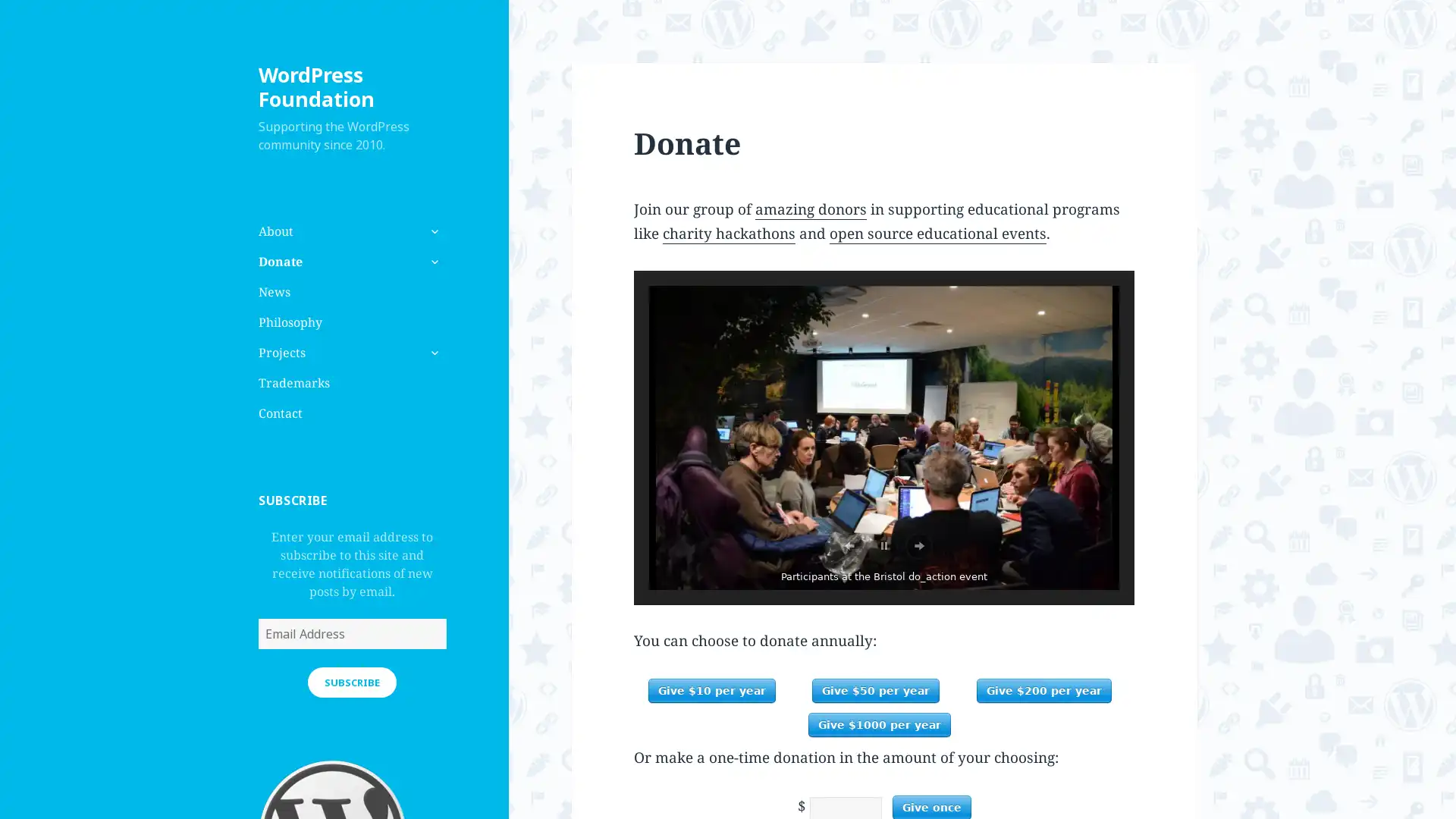 The width and height of the screenshot is (1456, 819). Describe the element at coordinates (432, 231) in the screenshot. I see `expand child menu` at that location.